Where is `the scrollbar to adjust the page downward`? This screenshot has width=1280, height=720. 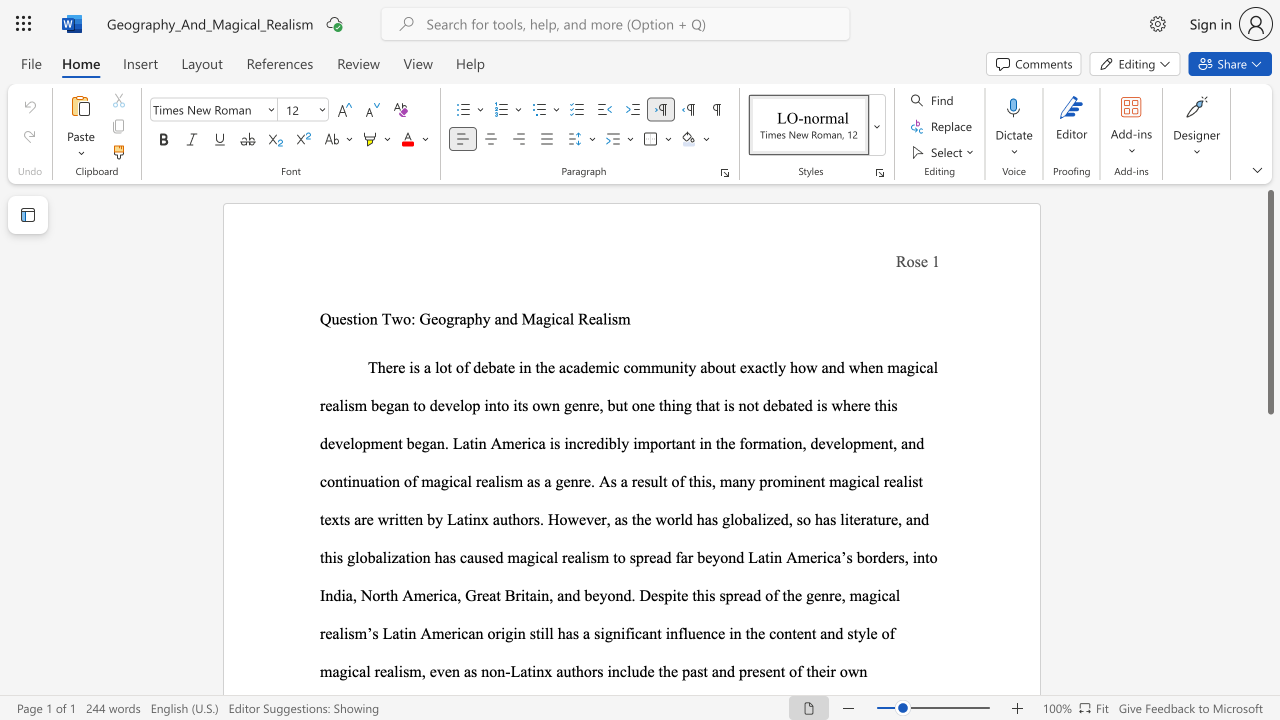 the scrollbar to adjust the page downward is located at coordinates (1269, 480).